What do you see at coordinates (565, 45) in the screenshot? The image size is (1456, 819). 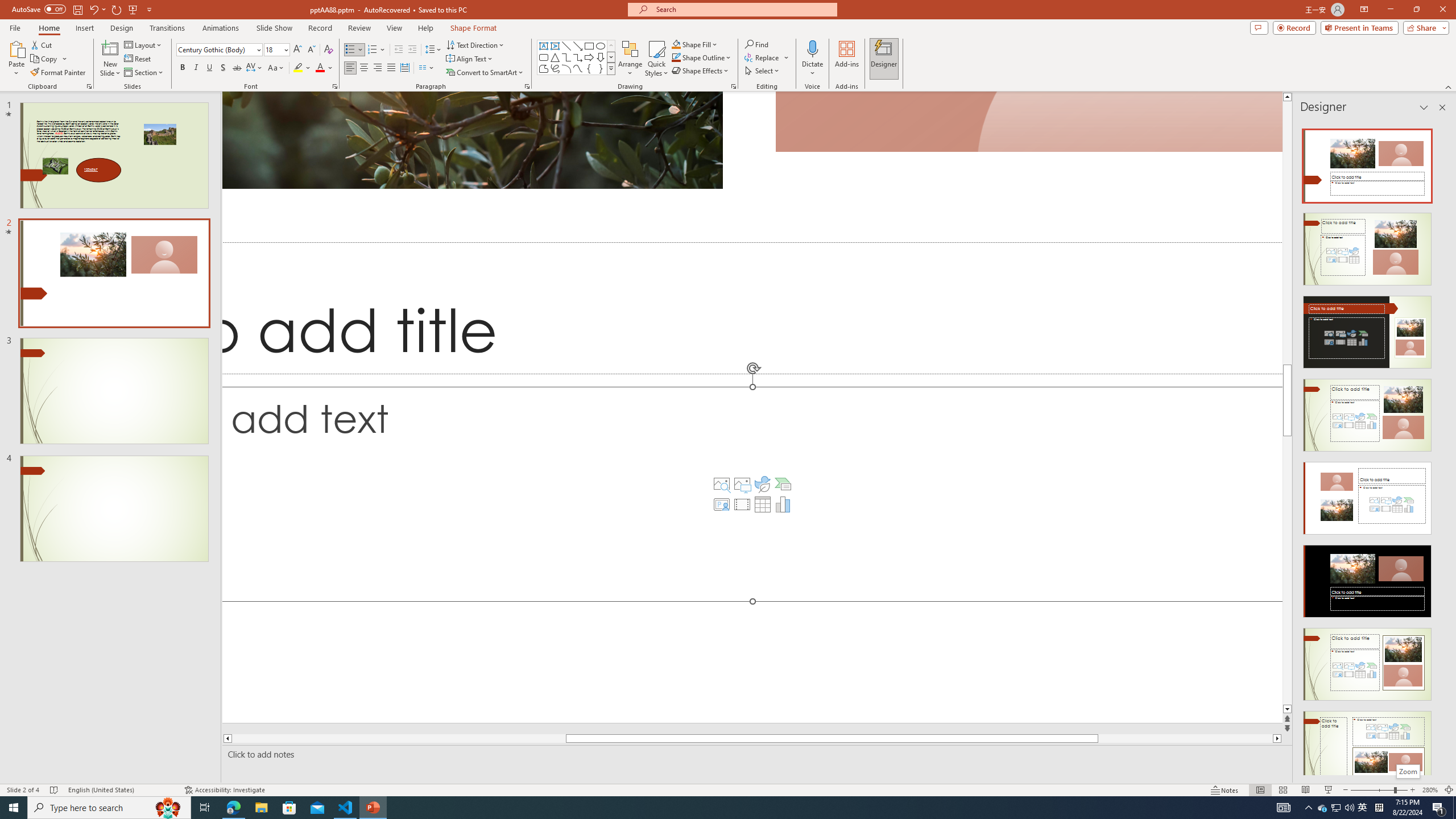 I see `'Line'` at bounding box center [565, 45].